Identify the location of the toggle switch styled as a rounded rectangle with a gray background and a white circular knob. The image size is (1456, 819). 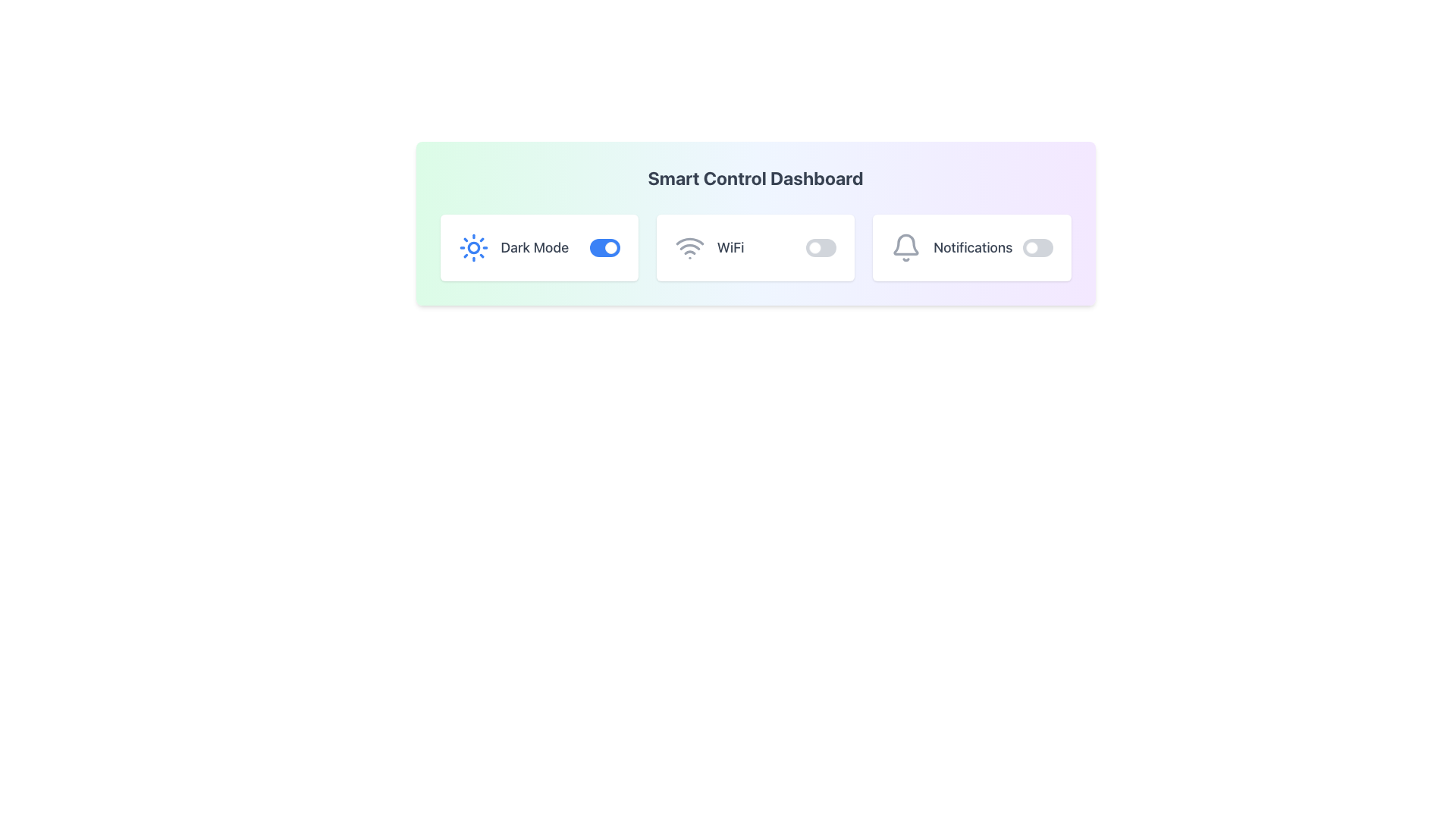
(1037, 247).